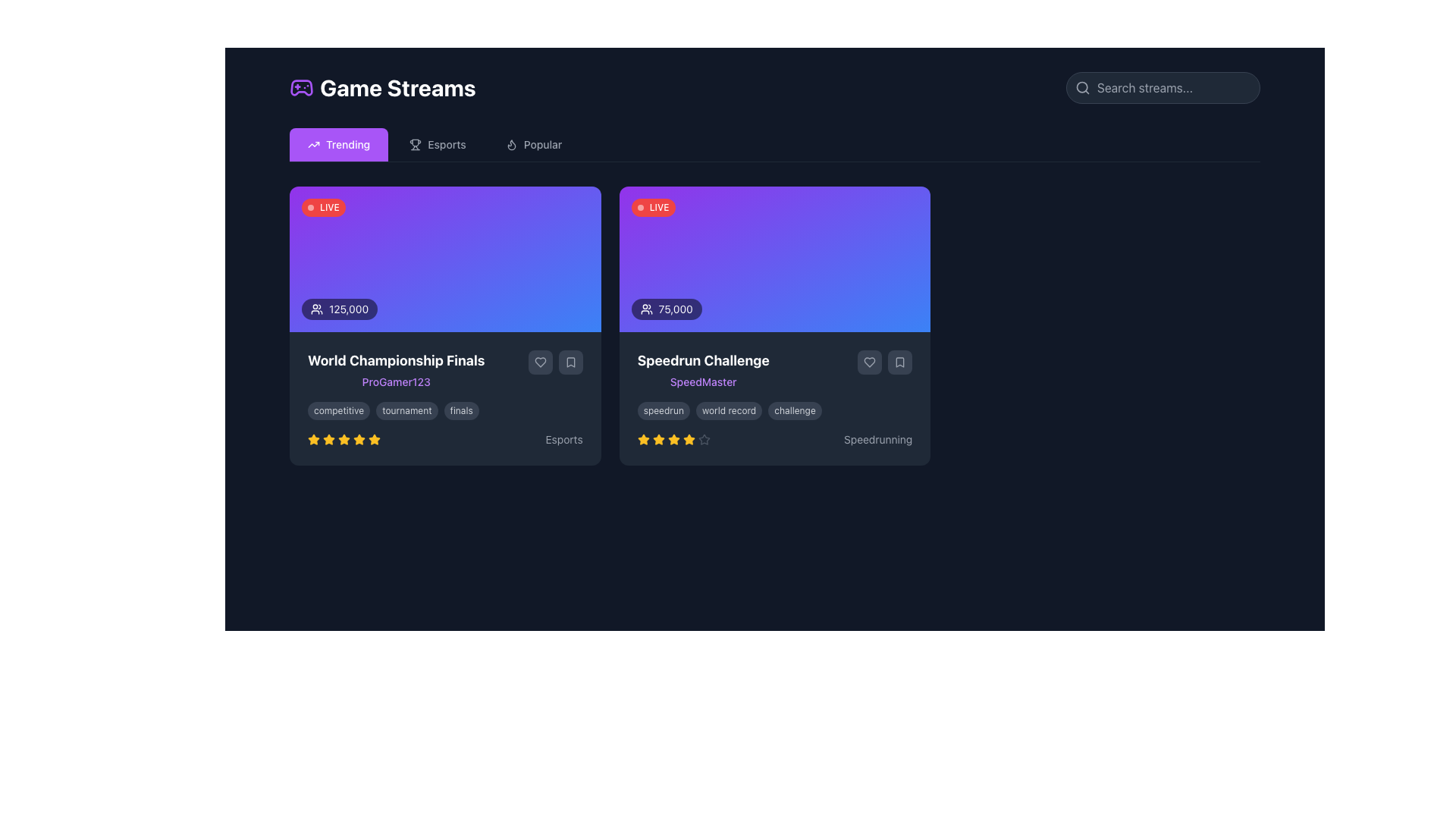 The width and height of the screenshot is (1456, 819). What do you see at coordinates (658, 439) in the screenshot?
I see `the third star icon in the five-star rating system located under the 'Speedrun Challenge' title to interact or highlight it` at bounding box center [658, 439].